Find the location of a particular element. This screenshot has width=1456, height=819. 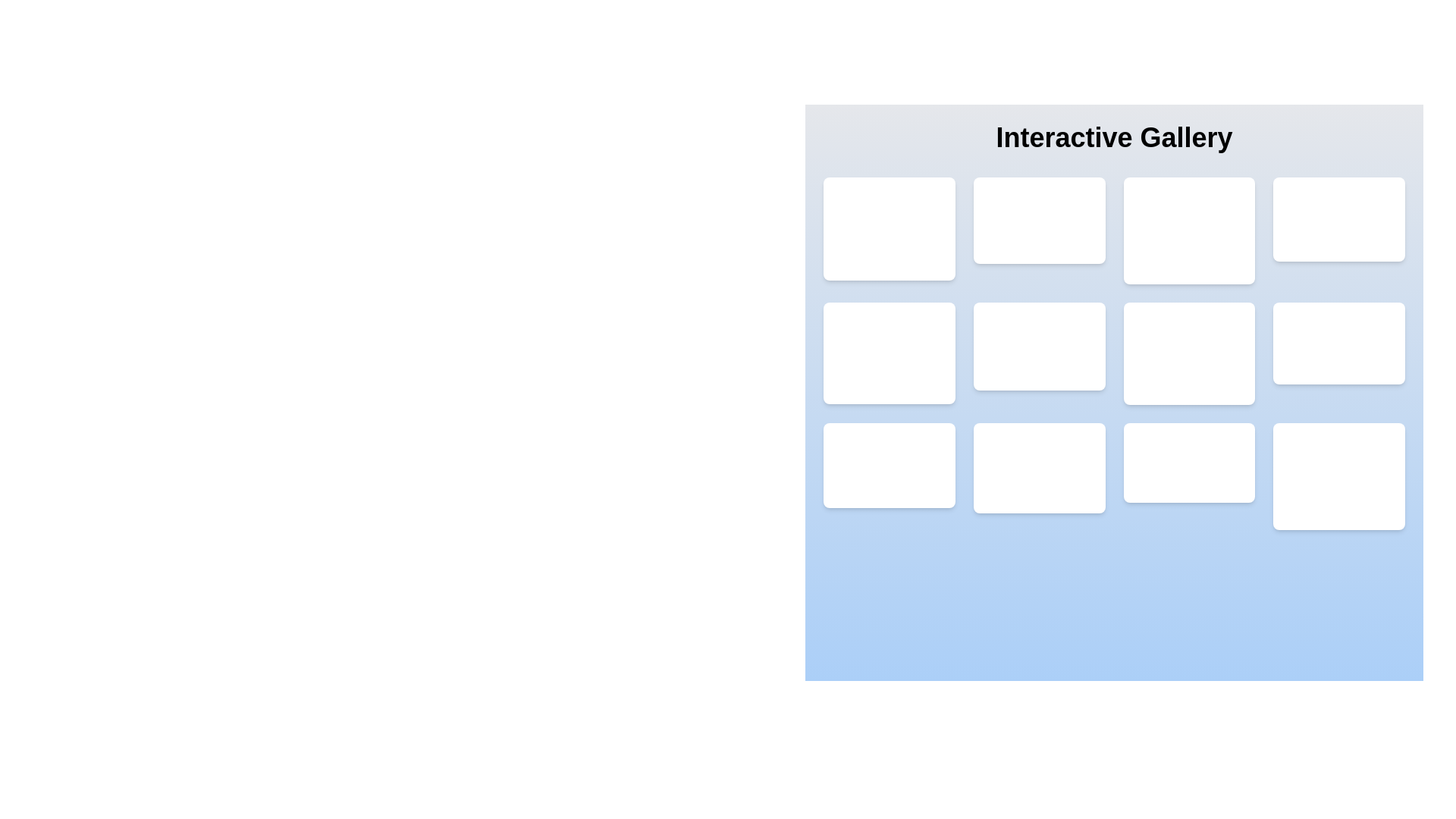

the white card labeled 'Artwork #5' which is positioned in the second row and first column of the 4x3 grid layout in the 'Interactive Gallery' is located at coordinates (889, 353).